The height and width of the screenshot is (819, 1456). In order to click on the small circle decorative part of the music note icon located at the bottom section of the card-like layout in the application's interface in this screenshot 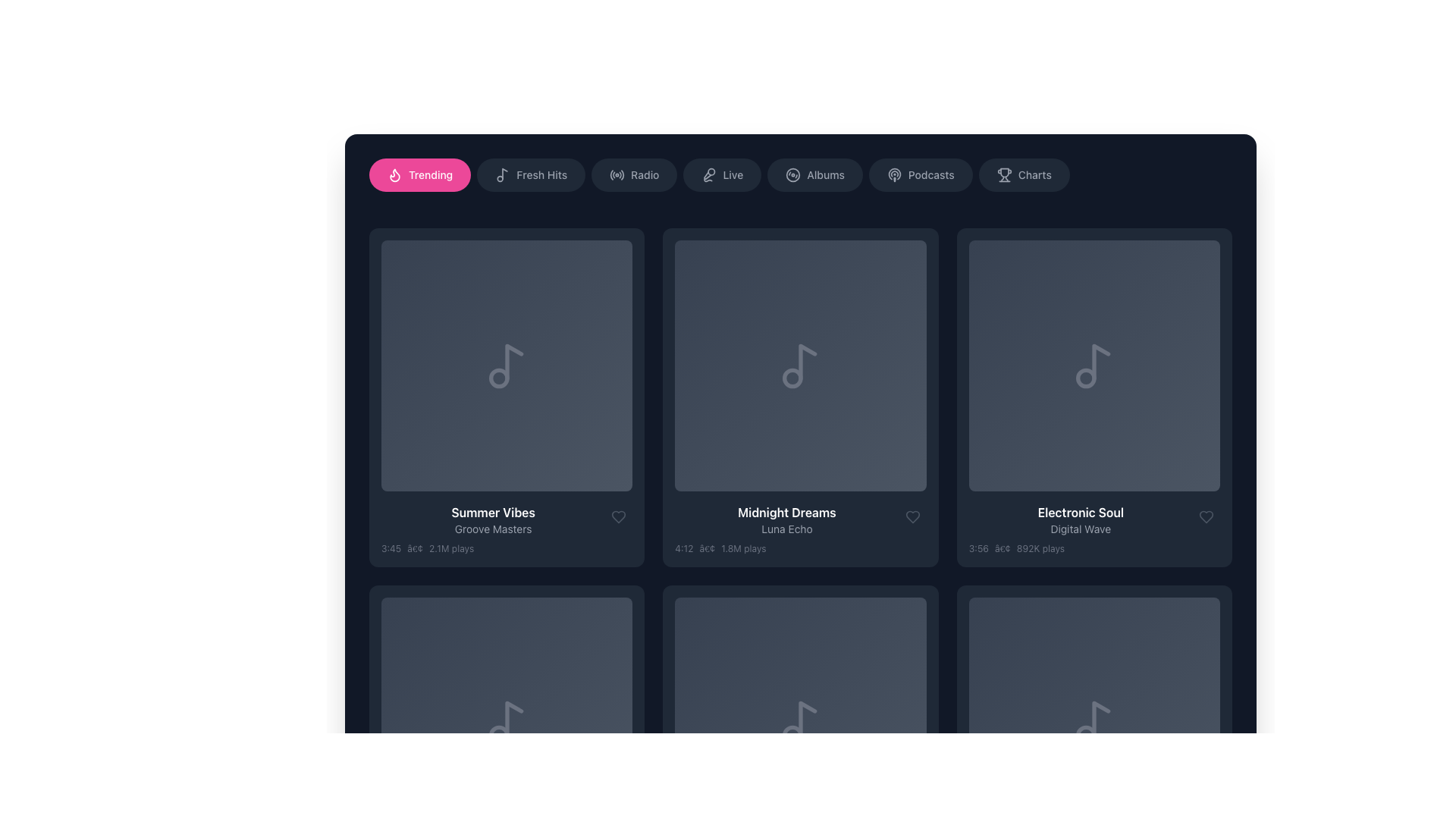, I will do `click(498, 734)`.